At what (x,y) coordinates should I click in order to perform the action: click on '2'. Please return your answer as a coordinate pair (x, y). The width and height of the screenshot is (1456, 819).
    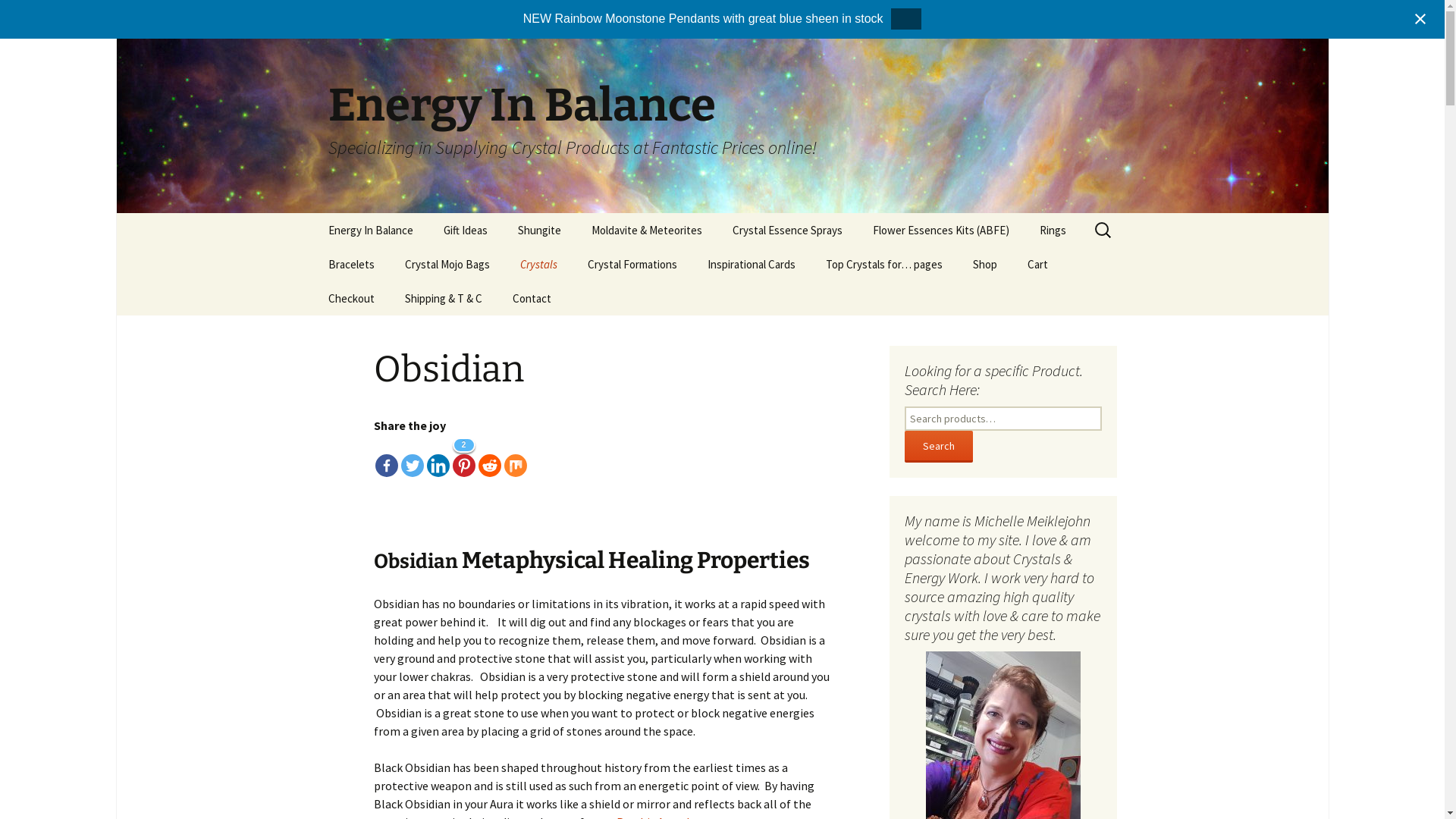
    Looking at the image, I should click on (462, 455).